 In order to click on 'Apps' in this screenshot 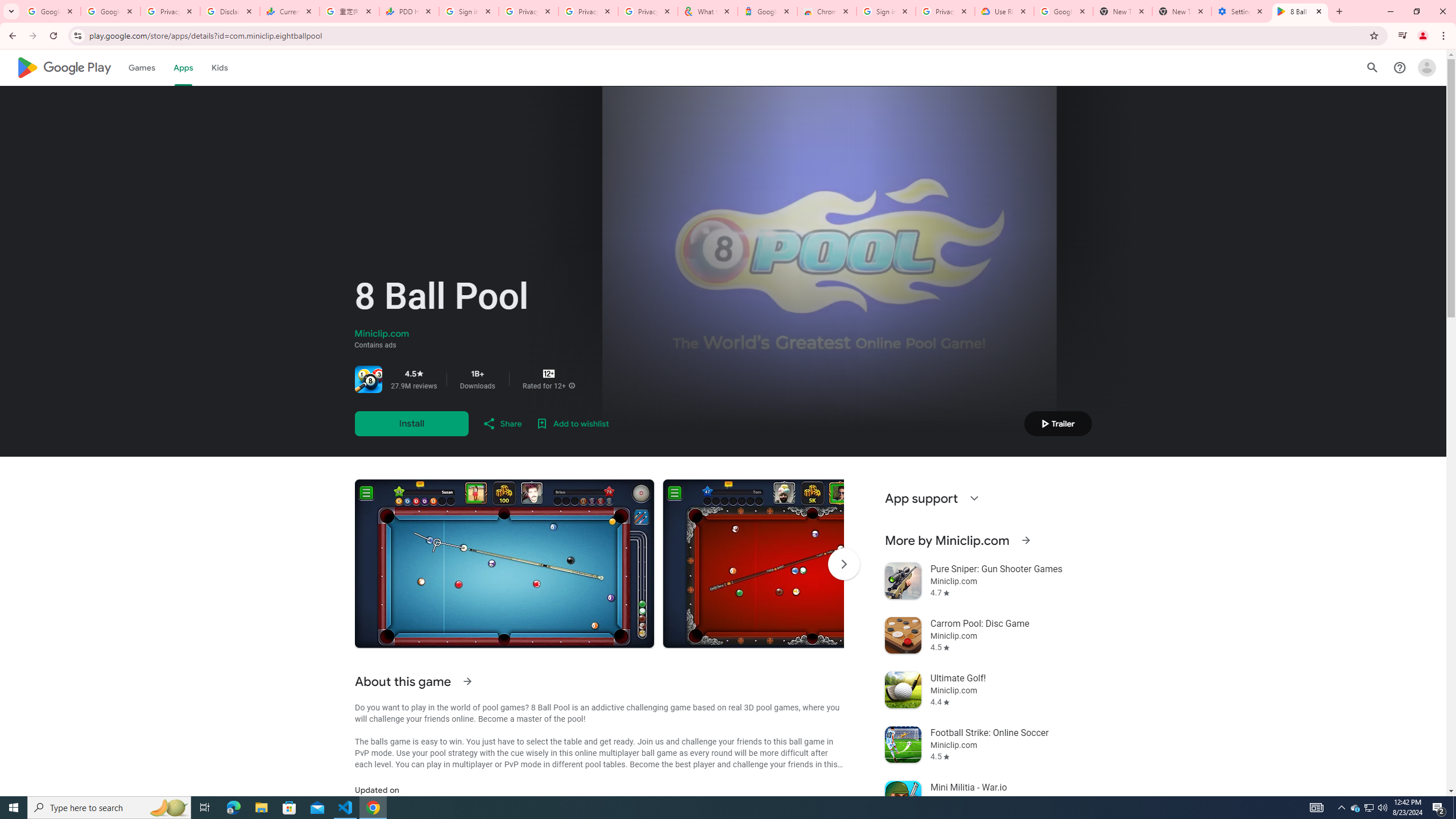, I will do `click(183, 67)`.